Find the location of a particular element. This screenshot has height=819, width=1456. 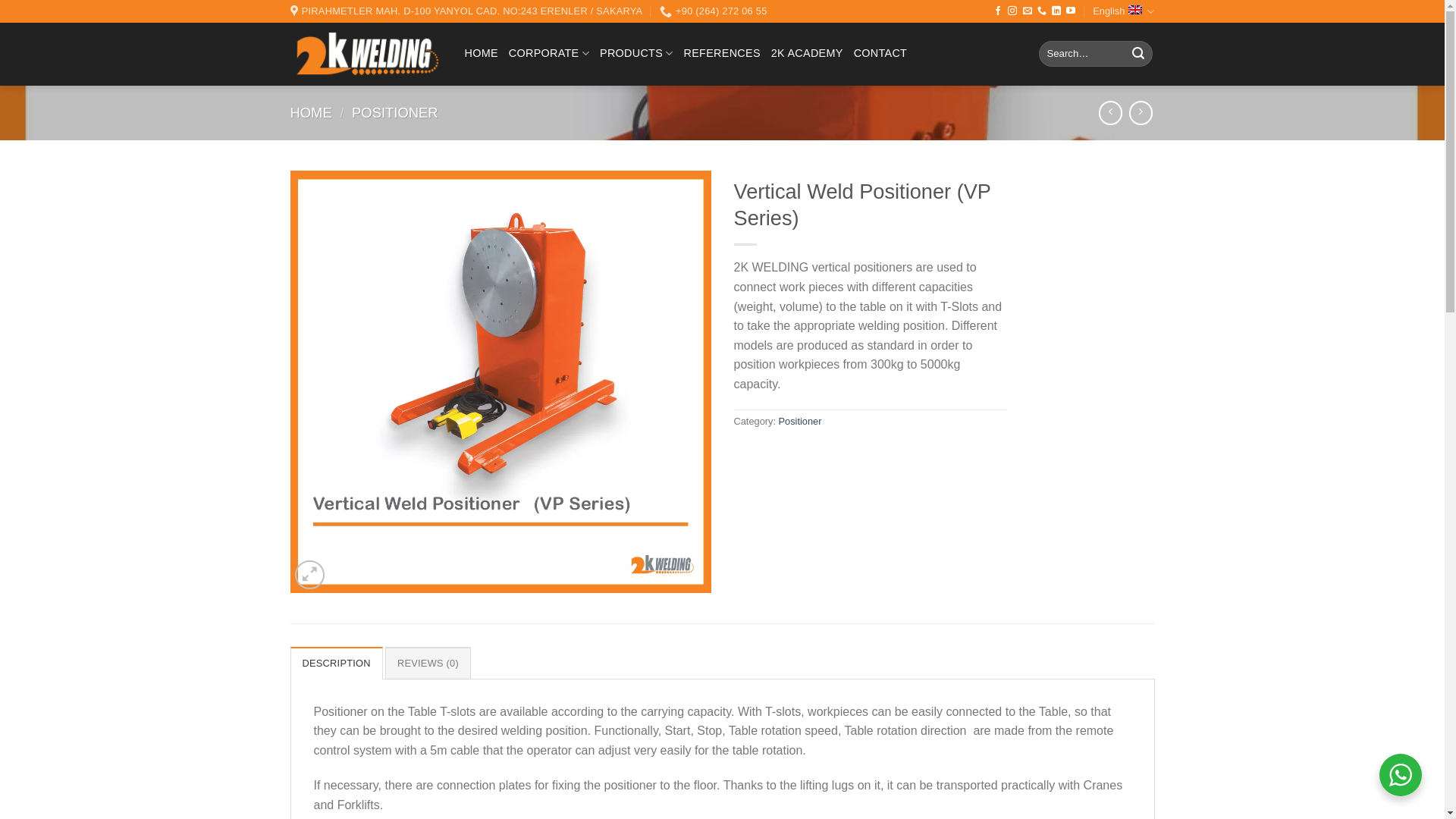

'Follow on Facebook' is located at coordinates (997, 11).